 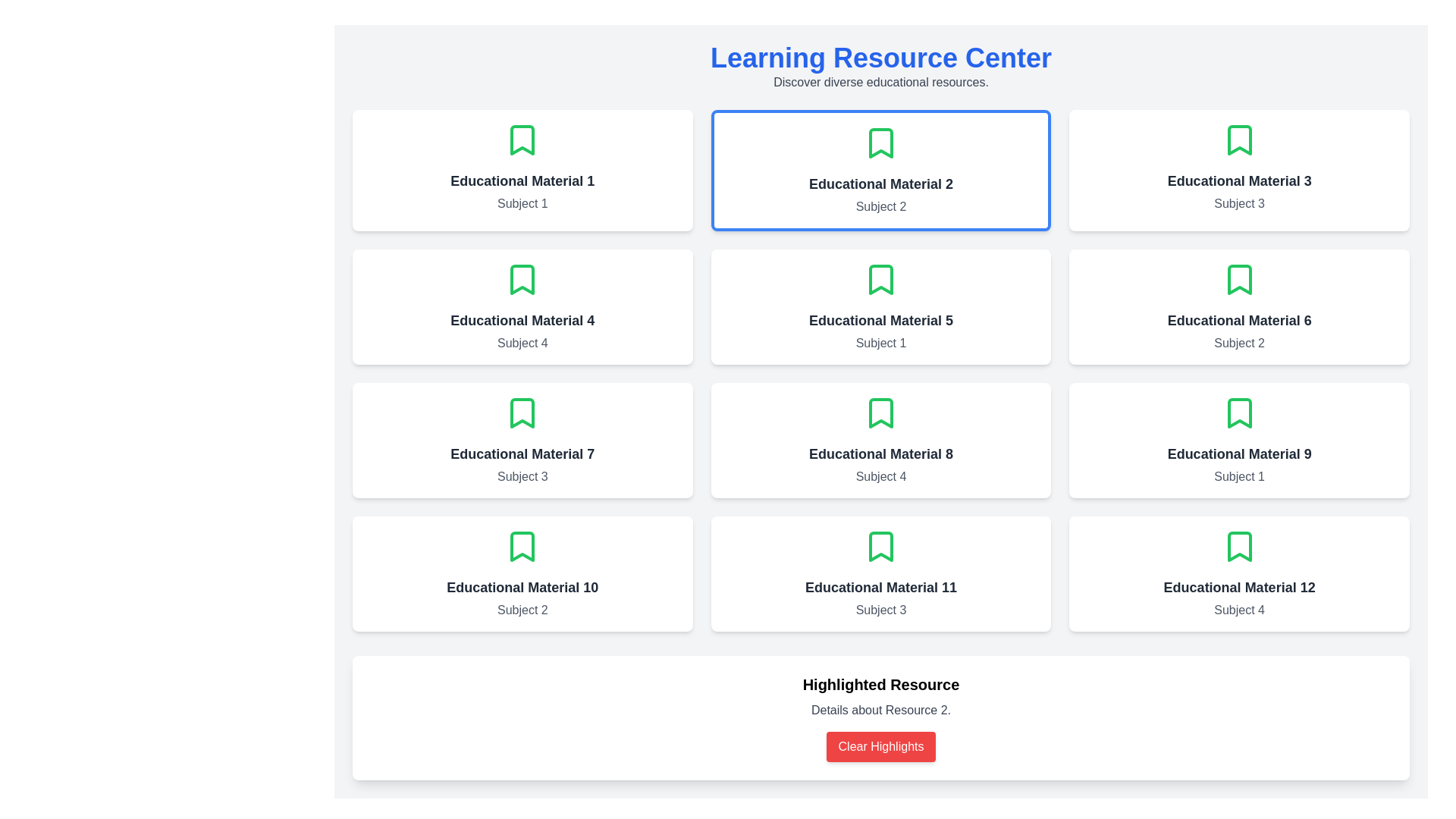 I want to click on the green outlined bookmark icon located in the bottom-right card labeled 'Educational Material 12', so click(x=1238, y=547).